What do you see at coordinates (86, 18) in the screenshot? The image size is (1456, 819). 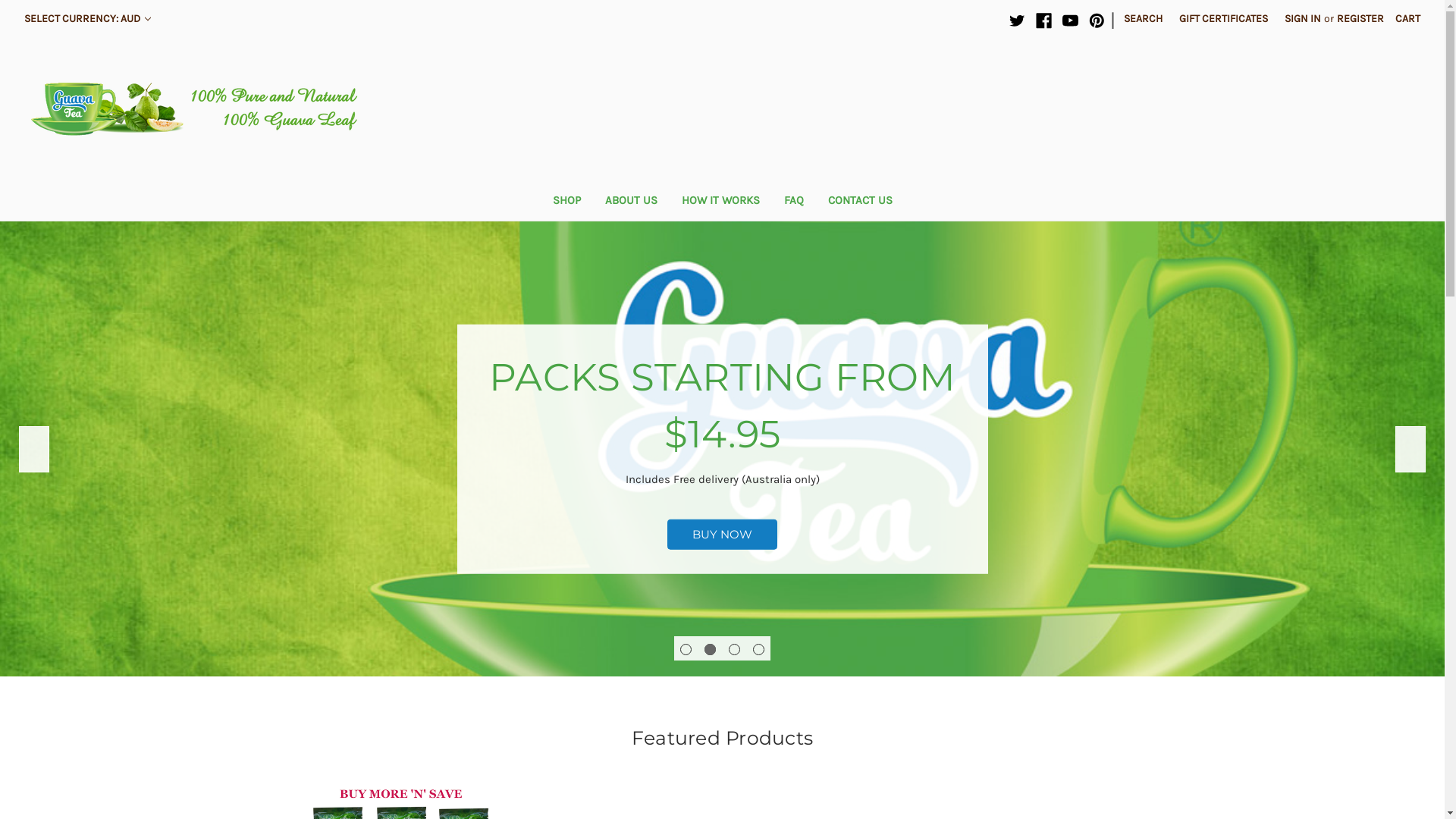 I see `'SELECT CURRENCY: AUD'` at bounding box center [86, 18].